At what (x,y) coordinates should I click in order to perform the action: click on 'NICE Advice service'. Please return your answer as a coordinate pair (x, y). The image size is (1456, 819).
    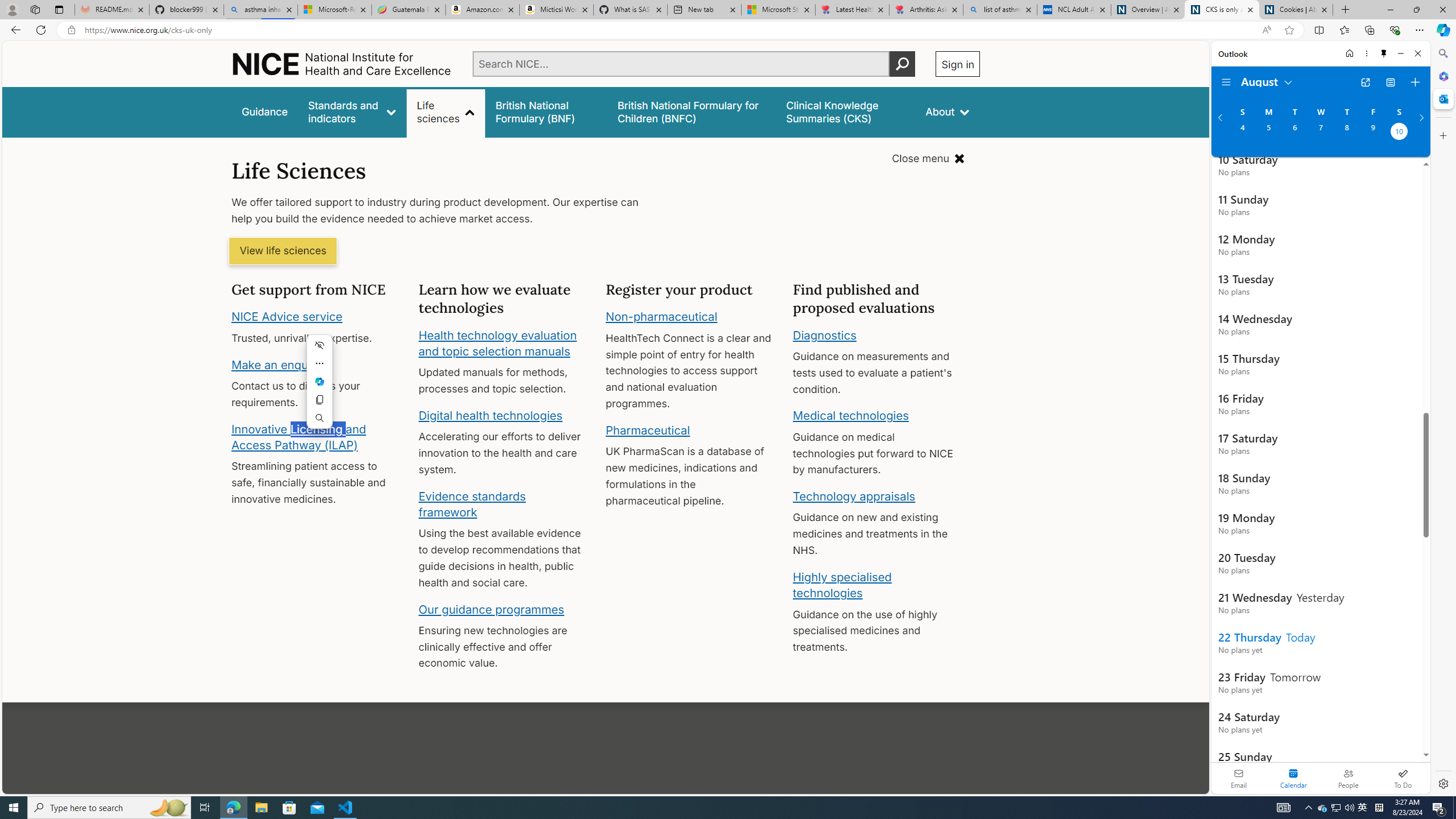
    Looking at the image, I should click on (287, 316).